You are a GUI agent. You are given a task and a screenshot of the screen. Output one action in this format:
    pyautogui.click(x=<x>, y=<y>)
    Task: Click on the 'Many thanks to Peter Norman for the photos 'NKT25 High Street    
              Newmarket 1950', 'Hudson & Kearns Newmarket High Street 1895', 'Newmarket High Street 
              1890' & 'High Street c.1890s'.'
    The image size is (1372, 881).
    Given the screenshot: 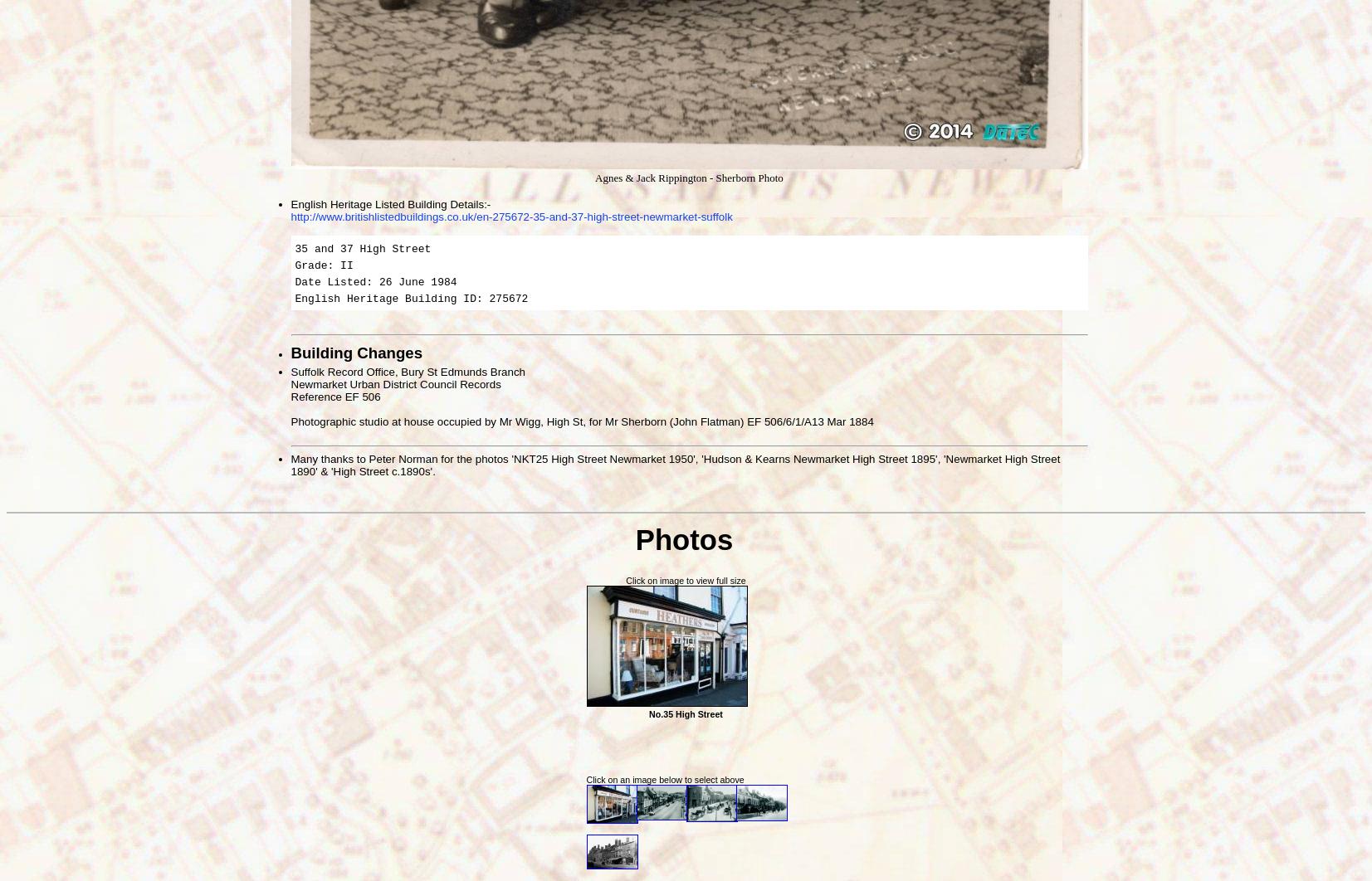 What is the action you would take?
    pyautogui.click(x=674, y=464)
    